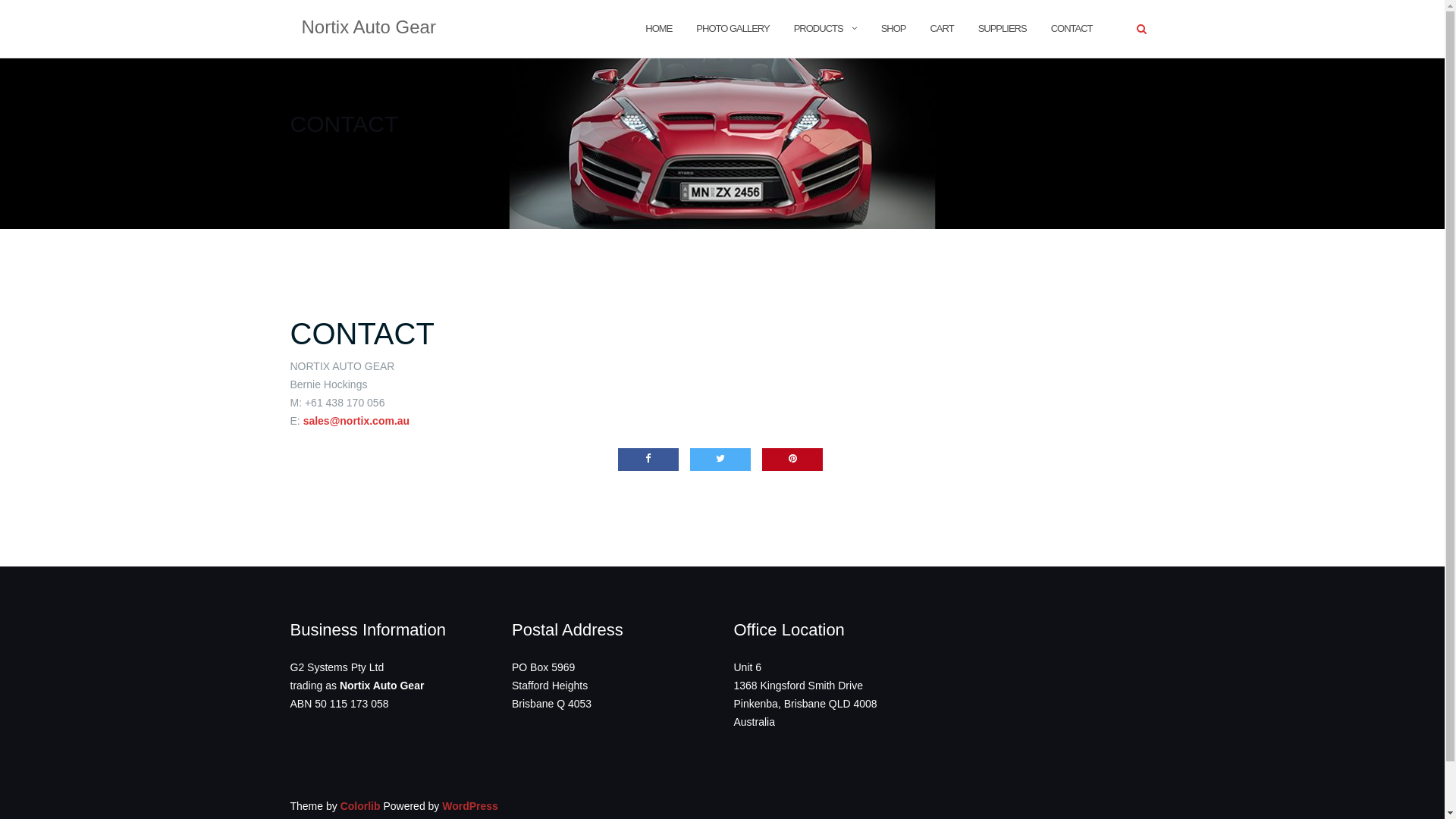 The height and width of the screenshot is (819, 1456). Describe the element at coordinates (0, 0) in the screenshot. I see `'Skip to content'` at that location.